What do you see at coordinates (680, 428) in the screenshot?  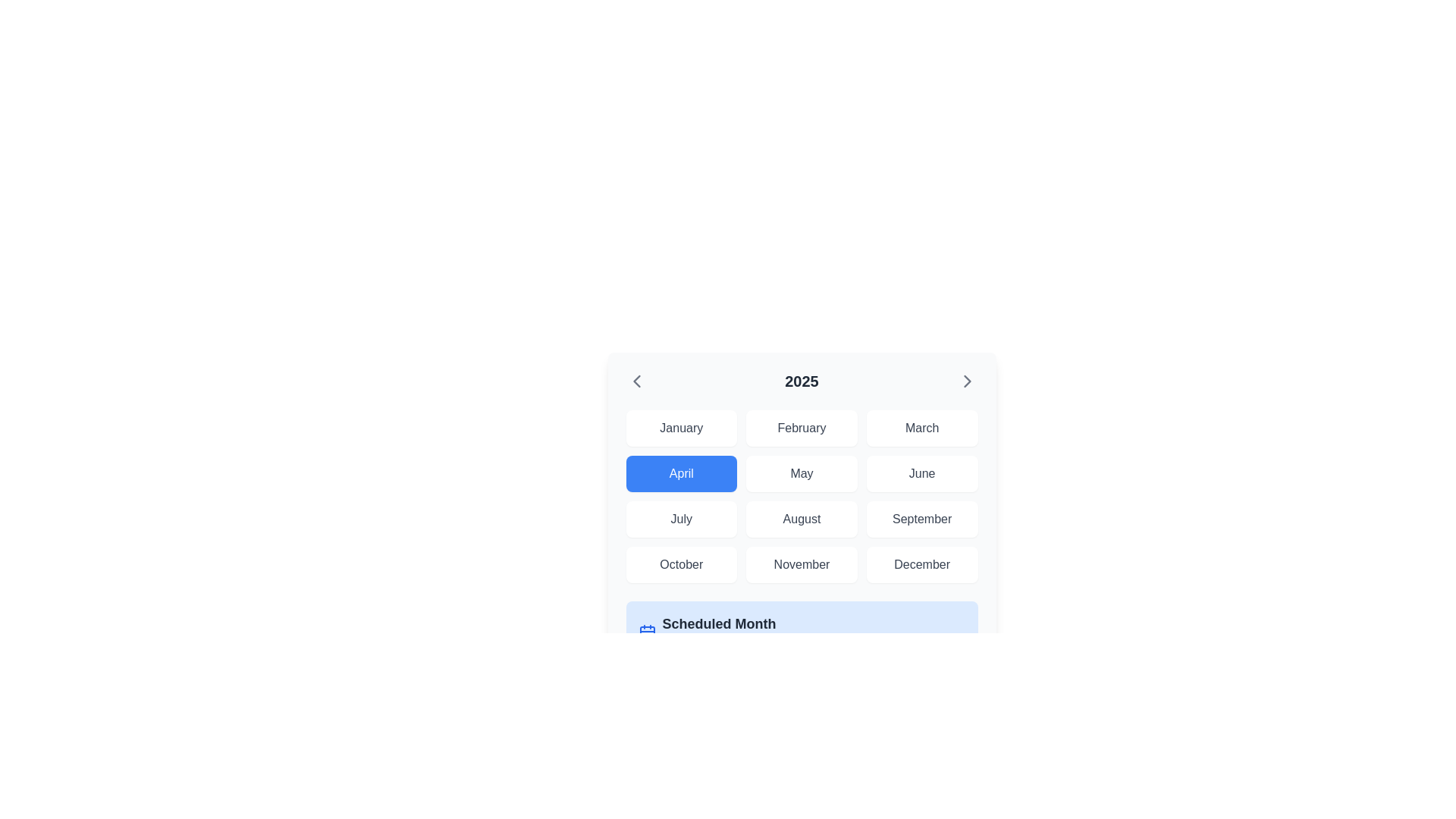 I see `the button representing the month of January in the month selection grid` at bounding box center [680, 428].